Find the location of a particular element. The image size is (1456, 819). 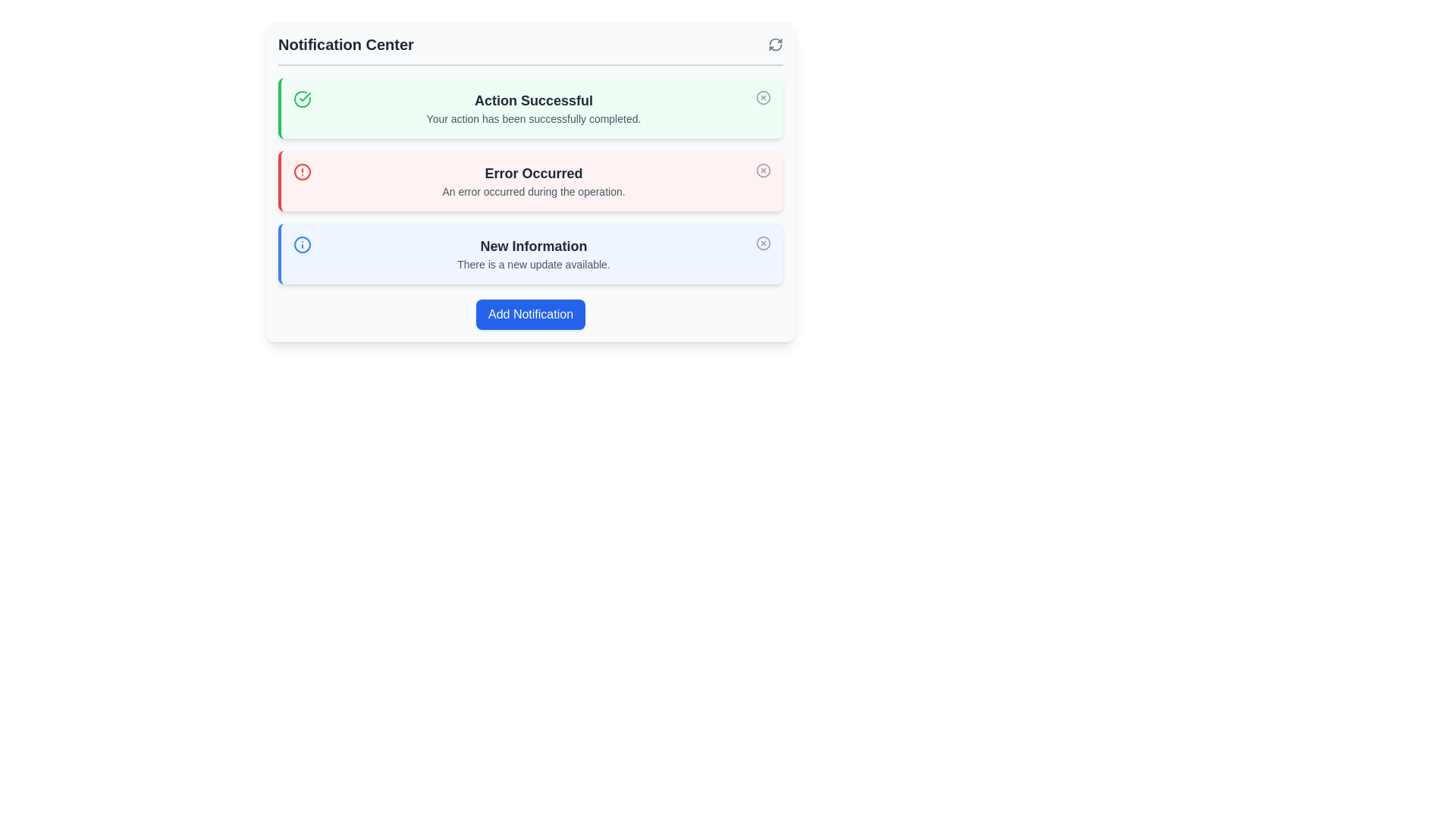

text label that provides additional information about the error state, located below the 'Error Occurred' text in the notification box is located at coordinates (534, 191).